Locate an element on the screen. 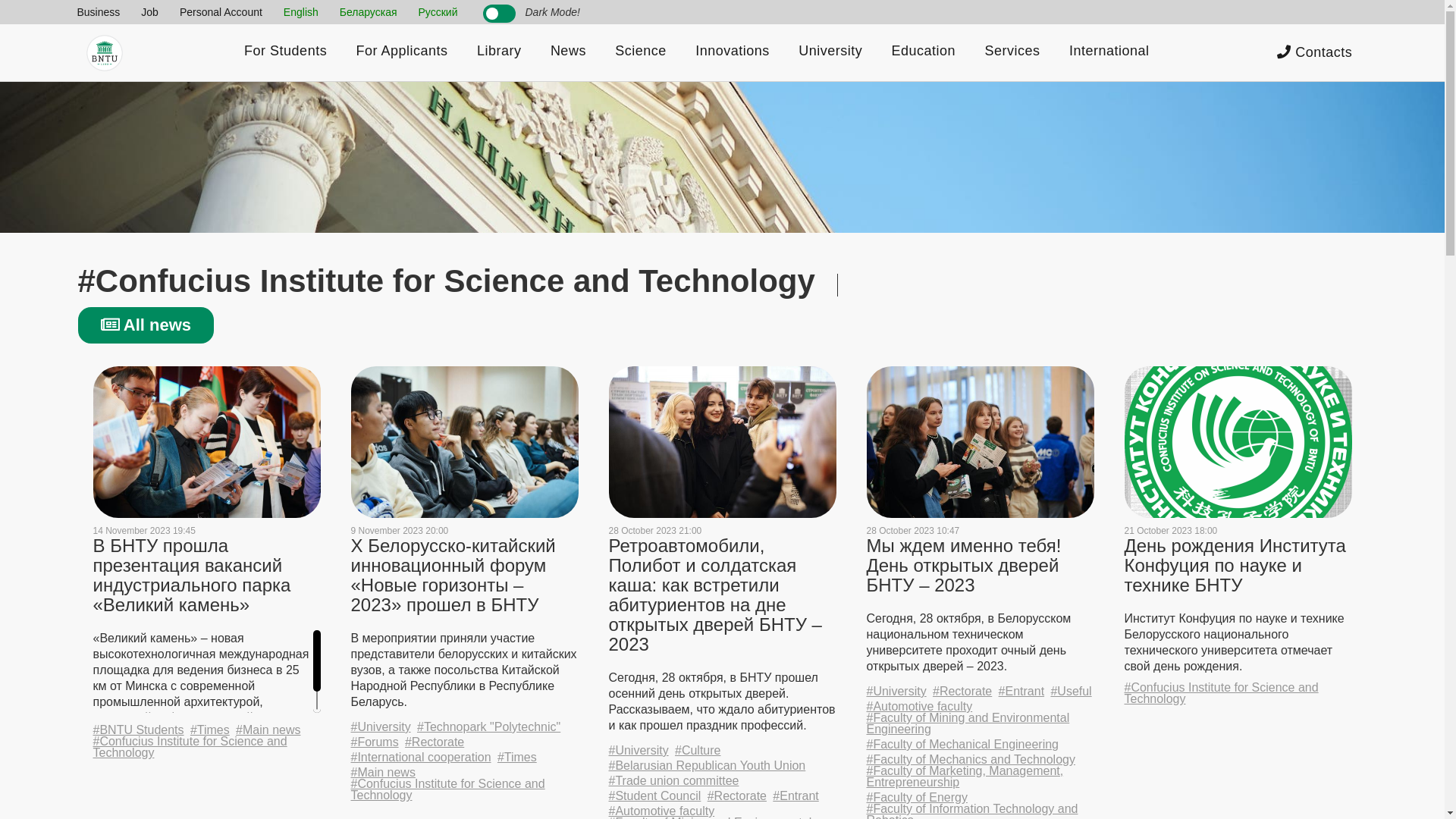 This screenshot has height=819, width=1456. 'News' is located at coordinates (567, 52).